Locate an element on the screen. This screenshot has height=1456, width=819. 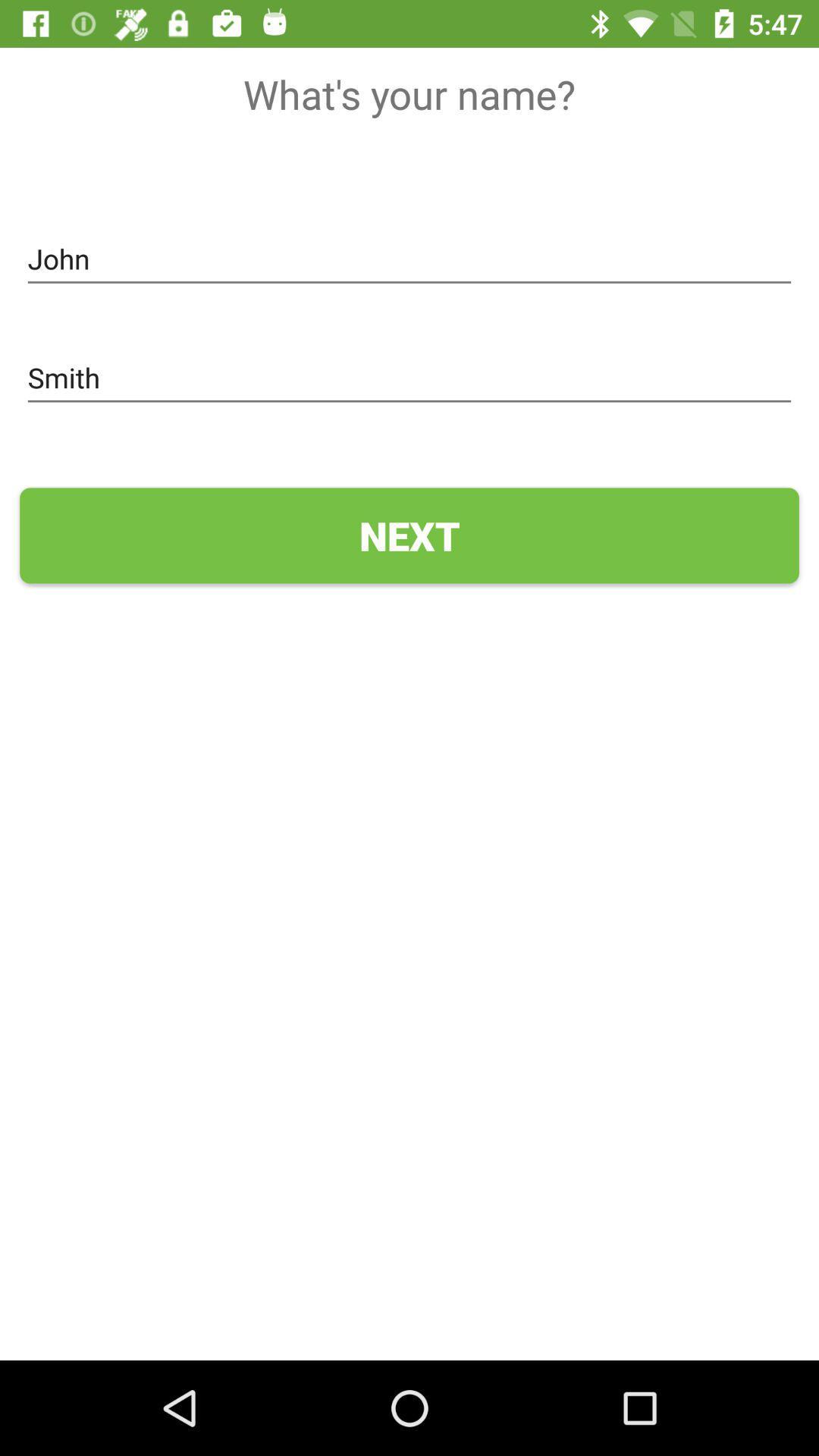
the icon at the center is located at coordinates (409, 535).